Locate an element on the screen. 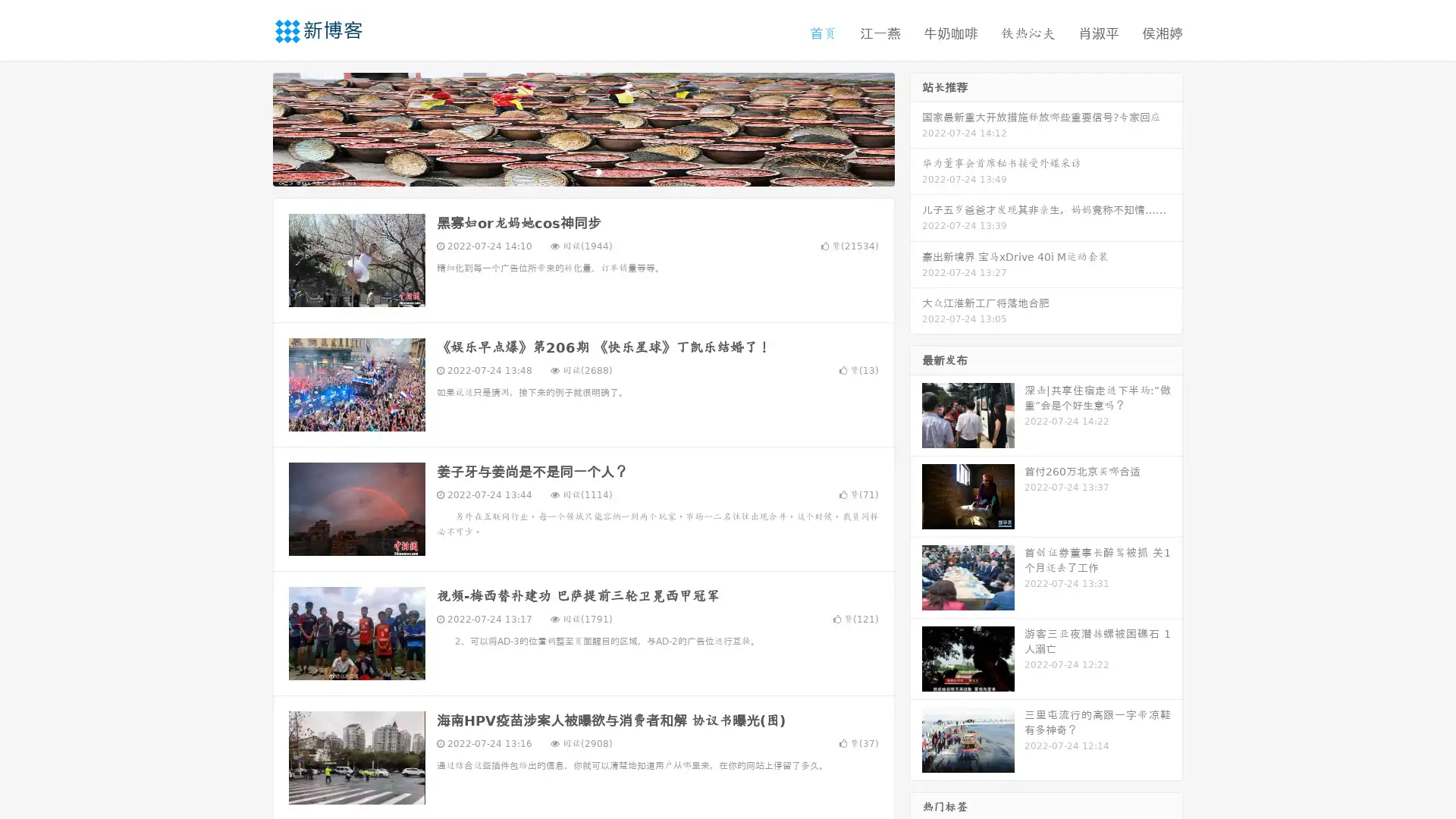 The width and height of the screenshot is (1456, 819). Previous slide is located at coordinates (250, 127).